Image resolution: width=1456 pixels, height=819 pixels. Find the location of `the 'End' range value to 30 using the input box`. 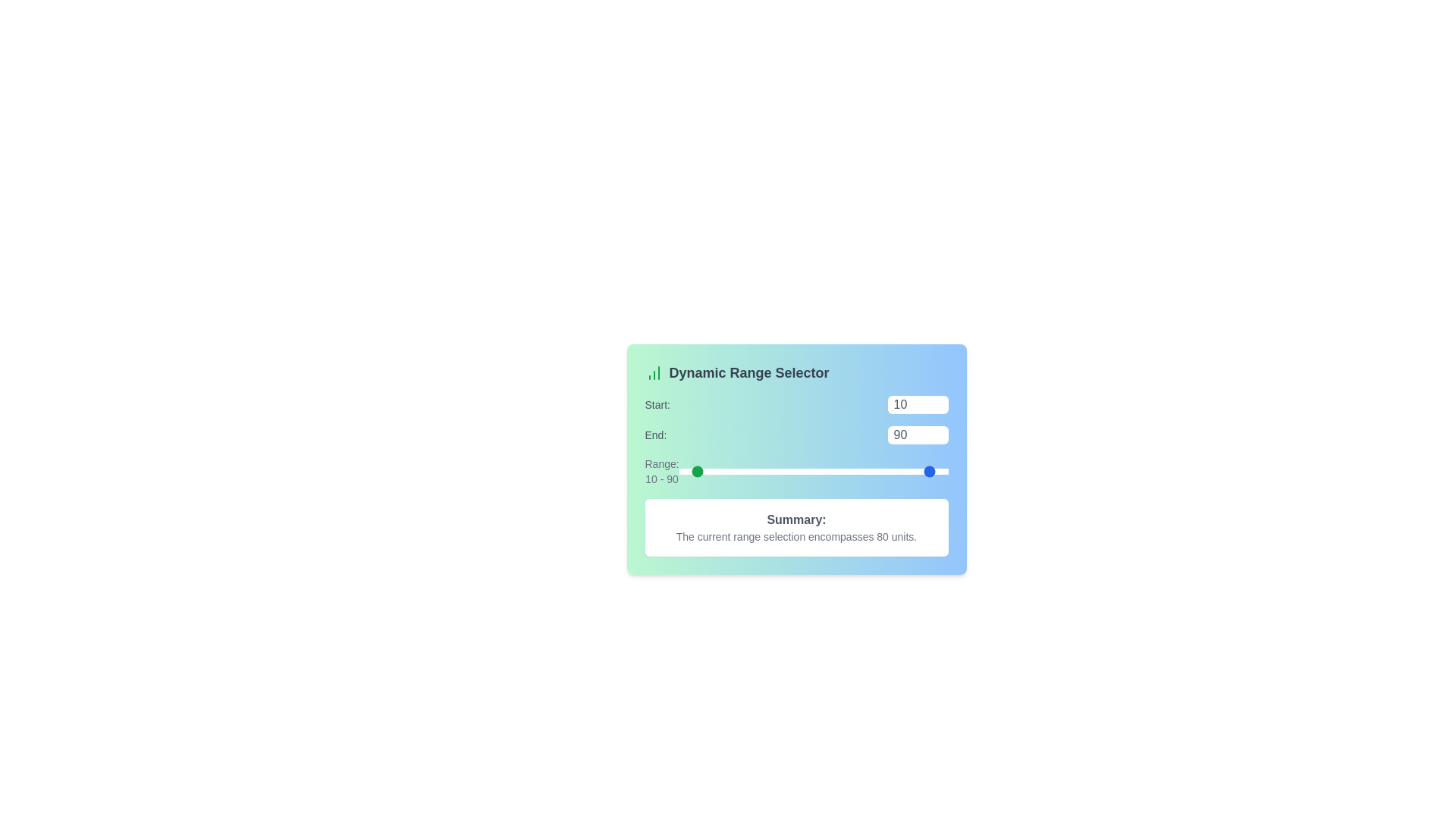

the 'End' range value to 30 using the input box is located at coordinates (917, 435).